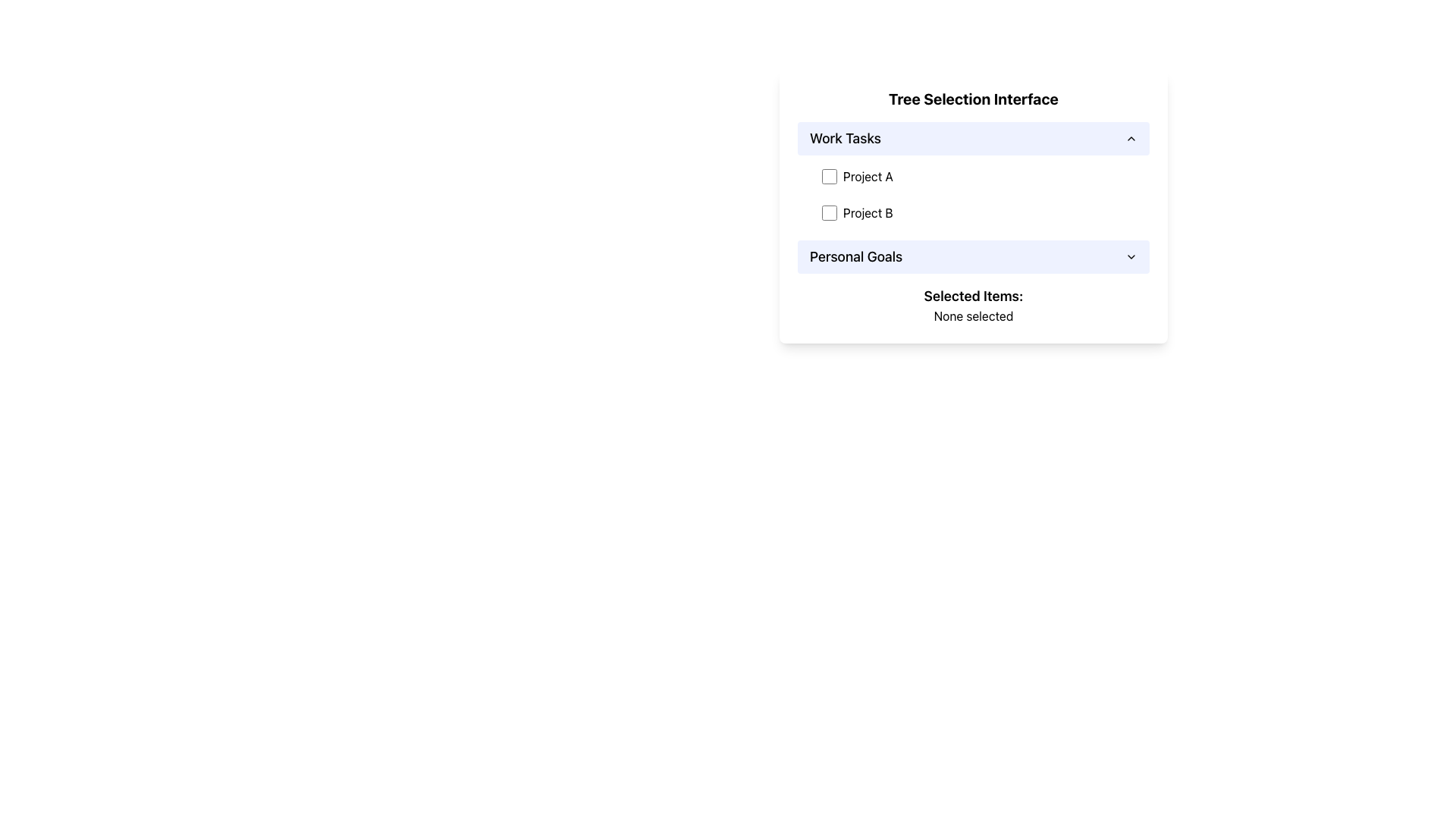 The image size is (1456, 819). I want to click on the text label that indicates no items have been chosen, located directly underneath 'Selected Items:' at the bottom of the interface, so click(973, 315).